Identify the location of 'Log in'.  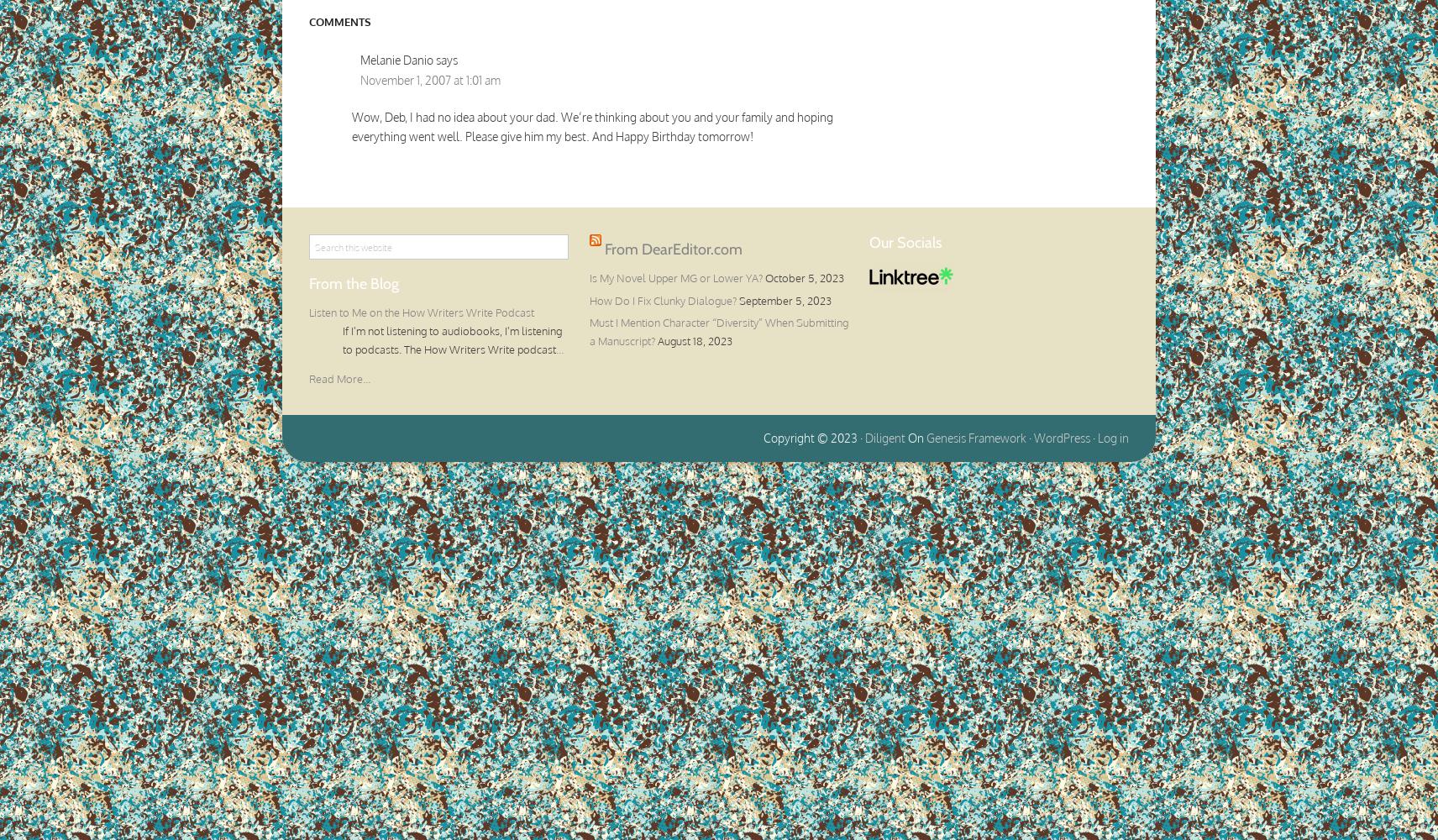
(1112, 438).